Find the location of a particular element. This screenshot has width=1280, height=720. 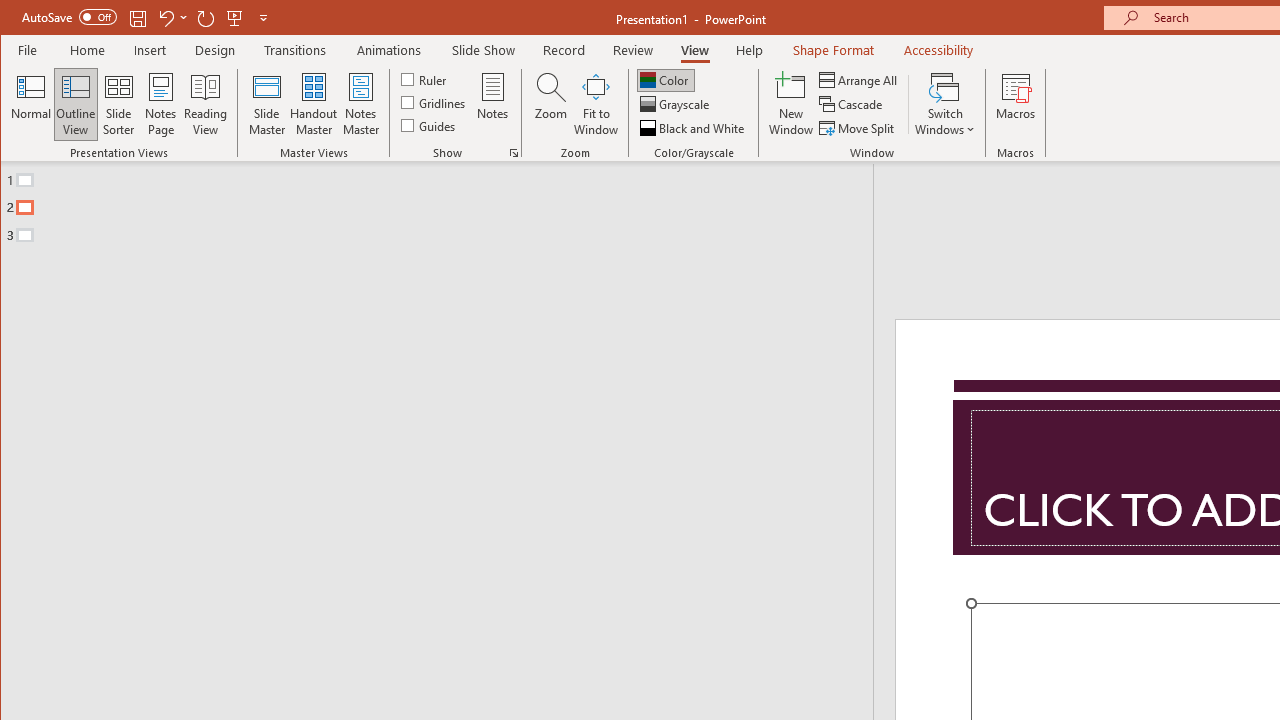

'Customize Quick Access Toolbar' is located at coordinates (262, 17).